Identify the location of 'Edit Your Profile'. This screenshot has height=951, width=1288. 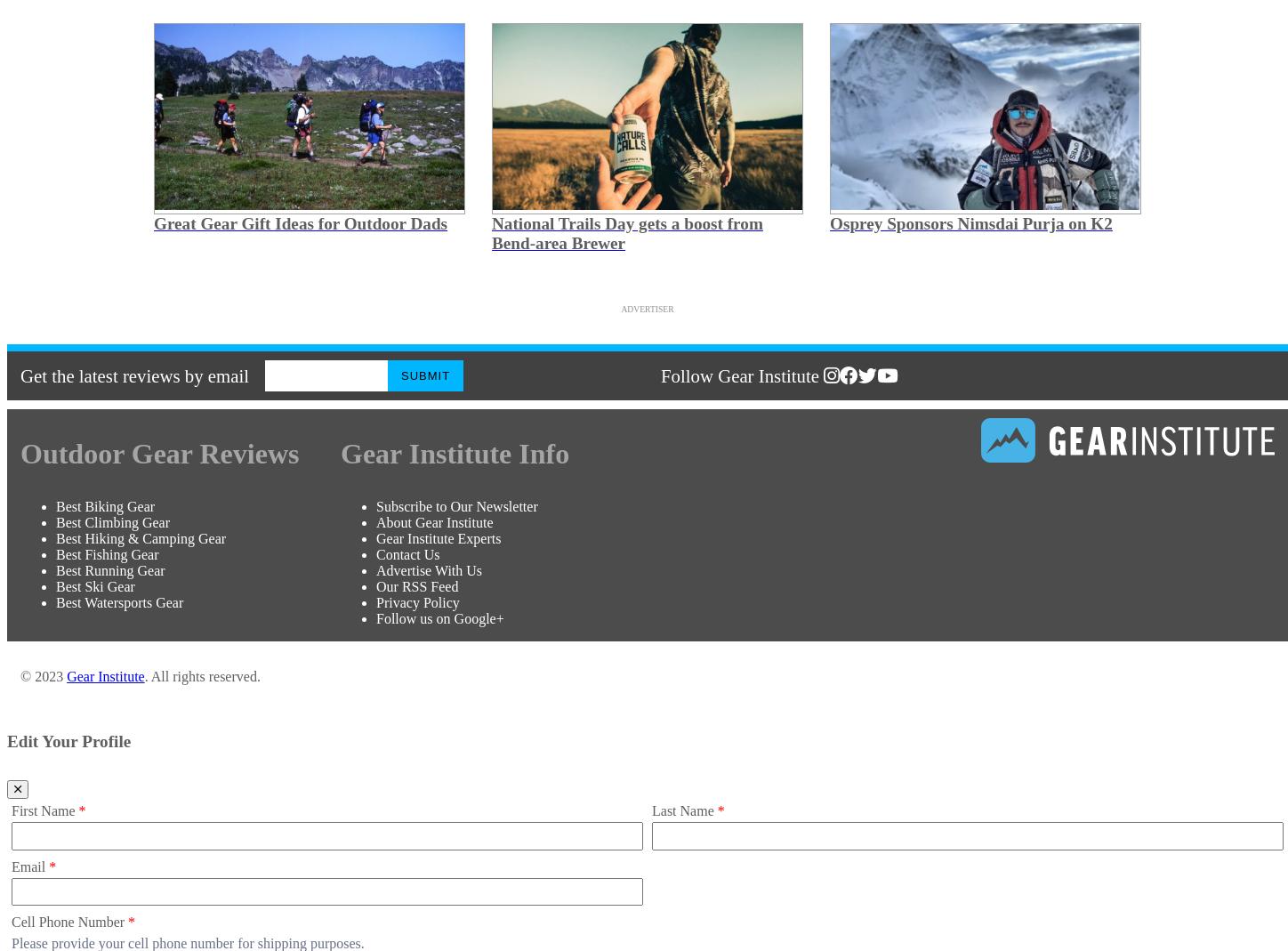
(6, 741).